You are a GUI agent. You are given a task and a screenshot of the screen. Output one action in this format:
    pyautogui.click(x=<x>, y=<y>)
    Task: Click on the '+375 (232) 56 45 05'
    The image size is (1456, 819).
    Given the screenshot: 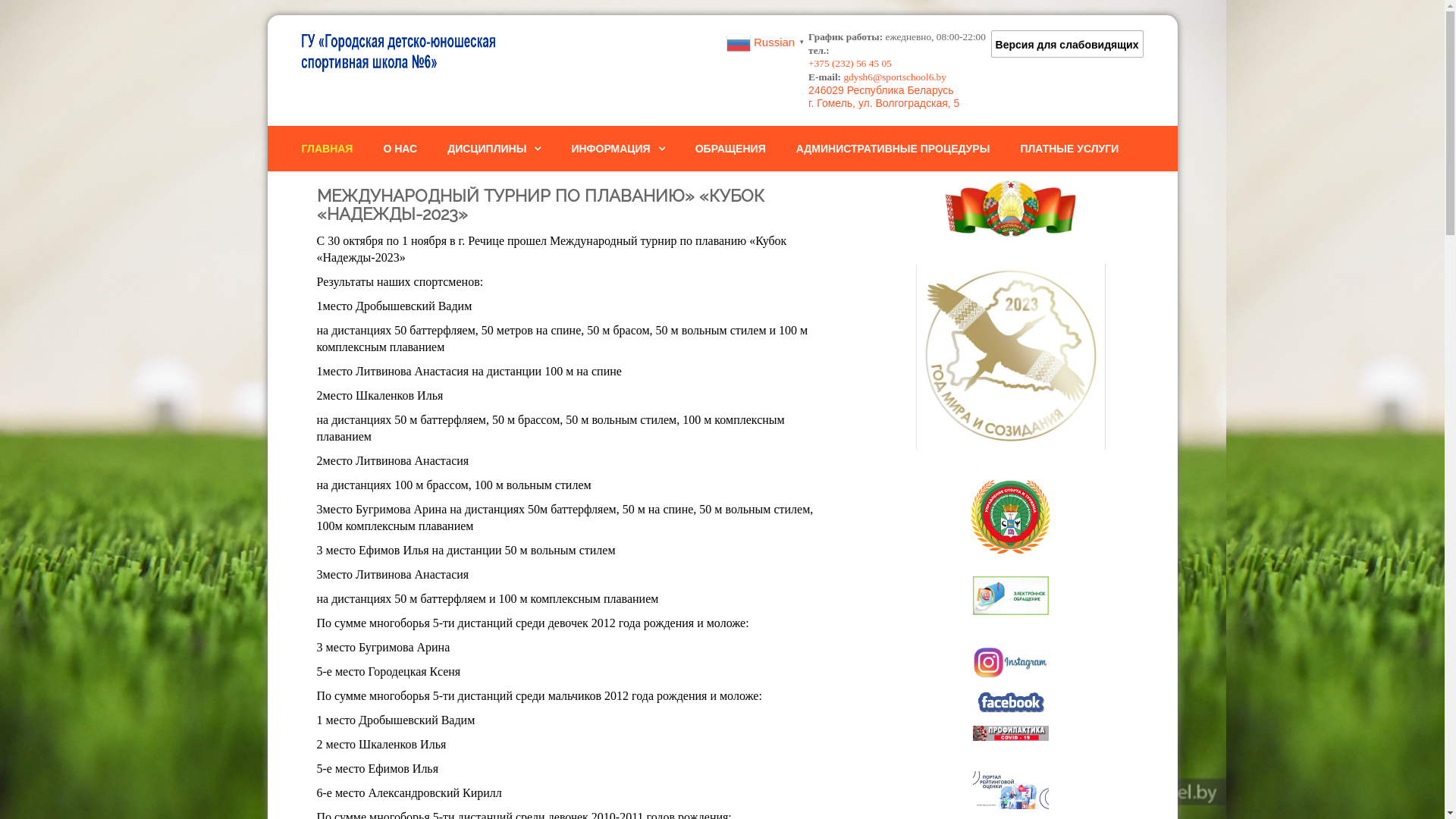 What is the action you would take?
    pyautogui.click(x=850, y=62)
    